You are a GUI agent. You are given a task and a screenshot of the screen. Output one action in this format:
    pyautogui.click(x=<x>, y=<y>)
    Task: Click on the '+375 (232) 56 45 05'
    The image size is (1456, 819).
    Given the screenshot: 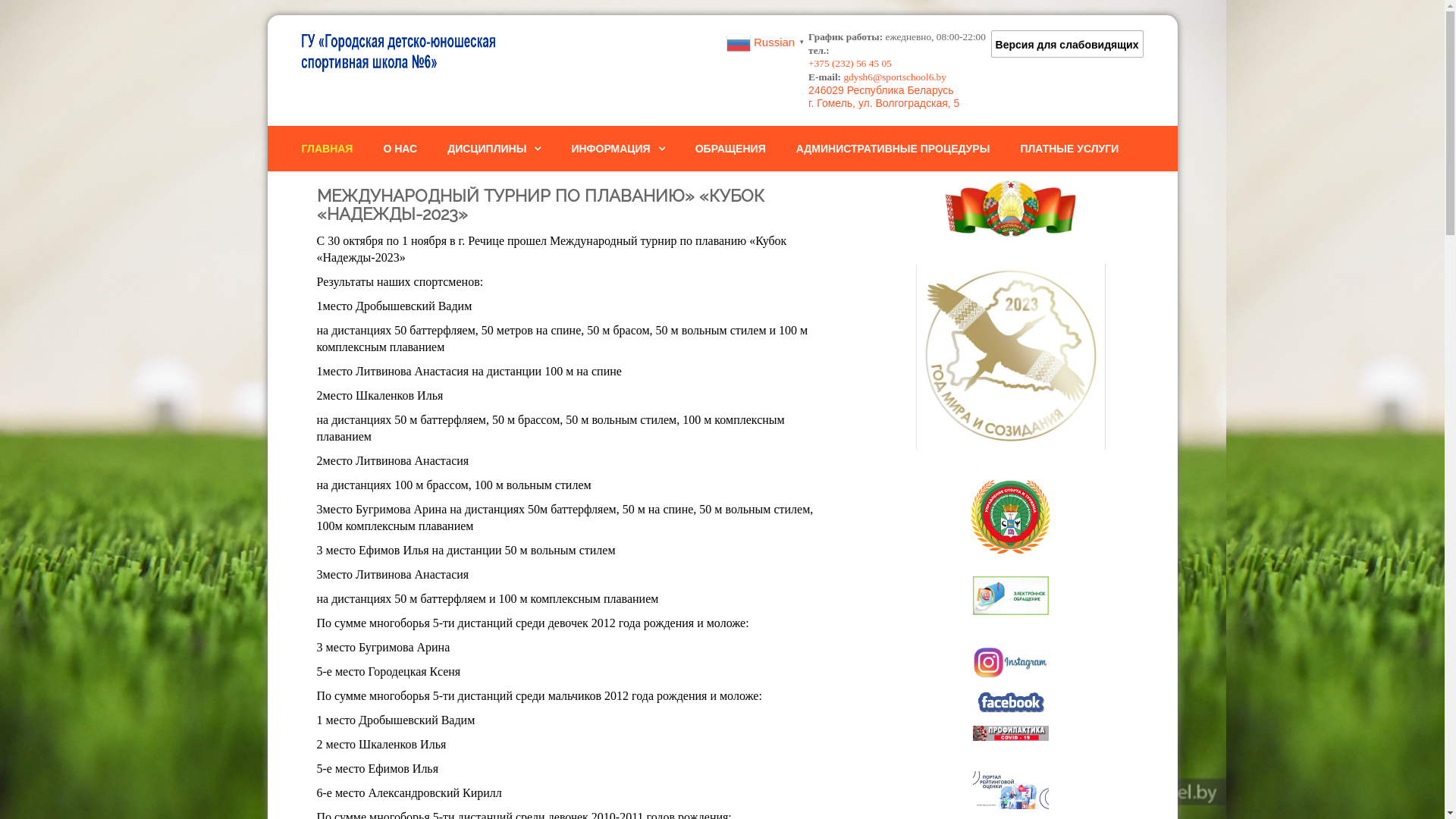 What is the action you would take?
    pyautogui.click(x=850, y=62)
    